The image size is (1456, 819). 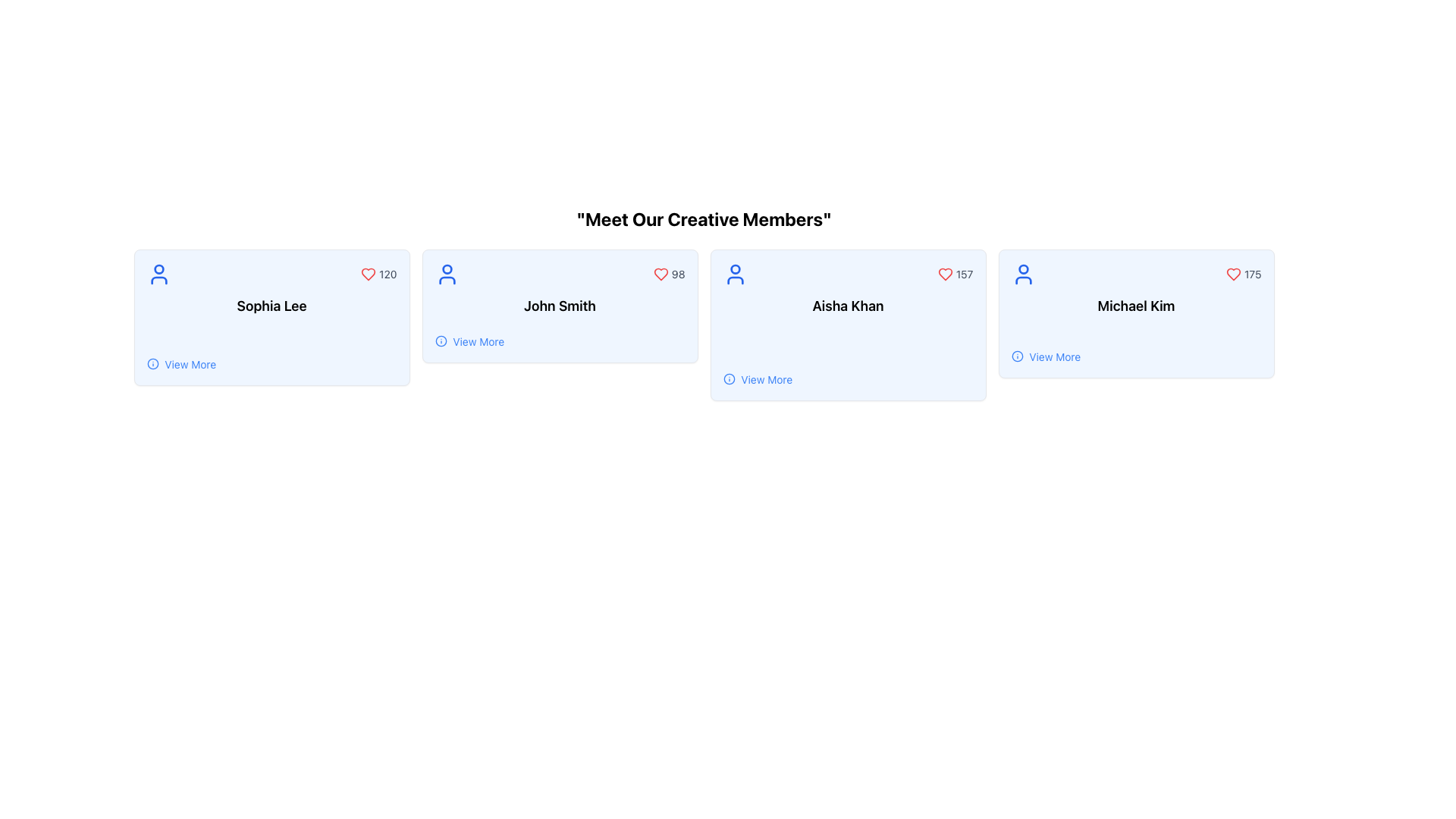 What do you see at coordinates (677, 275) in the screenshot?
I see `the displayed number of likes on the 'John Smith' card, which is represented by the Text Label showing '98' in the top-right corner of the card` at bounding box center [677, 275].